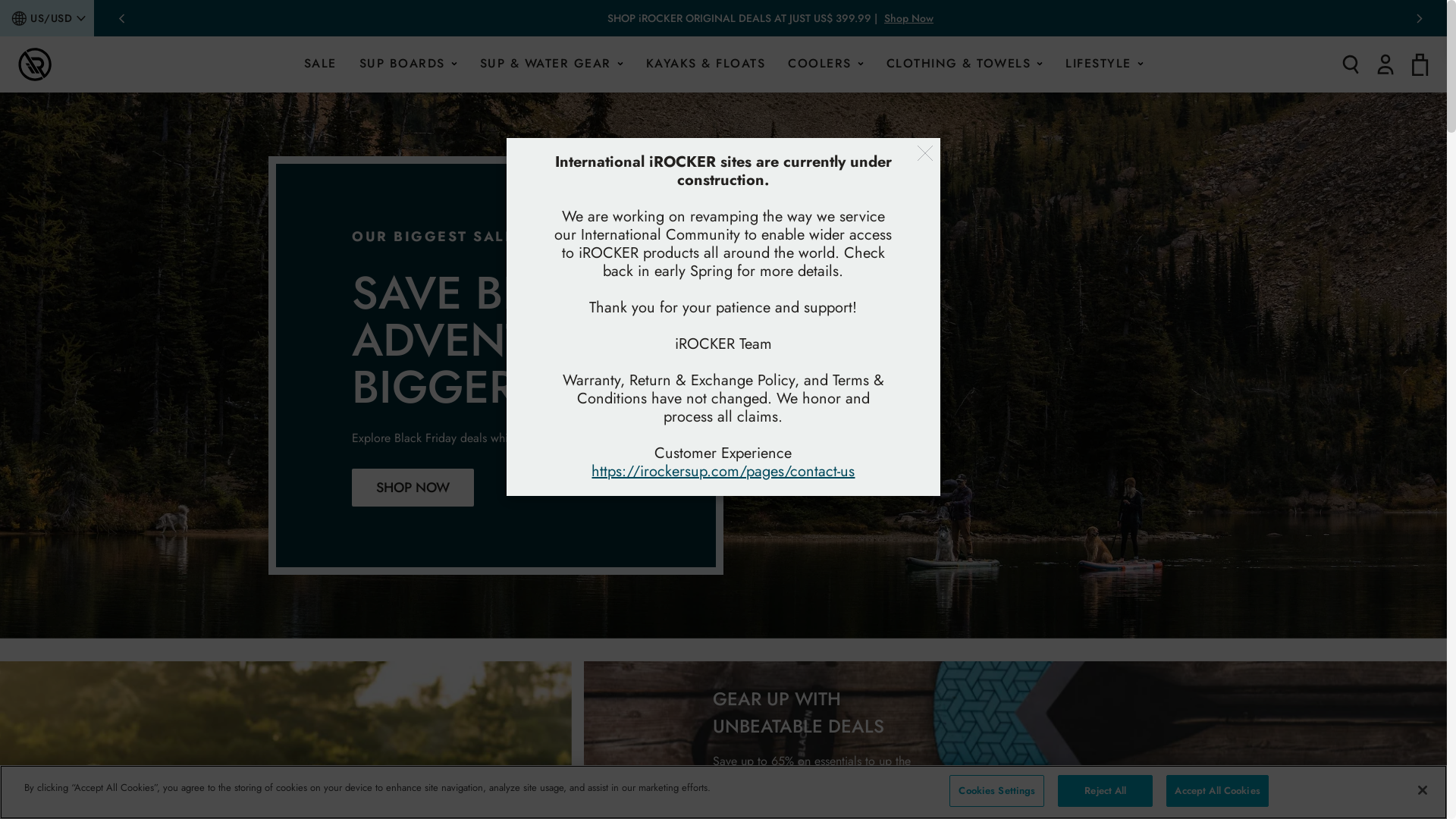 The height and width of the screenshot is (819, 1456). I want to click on 'Login', so click(1385, 63).